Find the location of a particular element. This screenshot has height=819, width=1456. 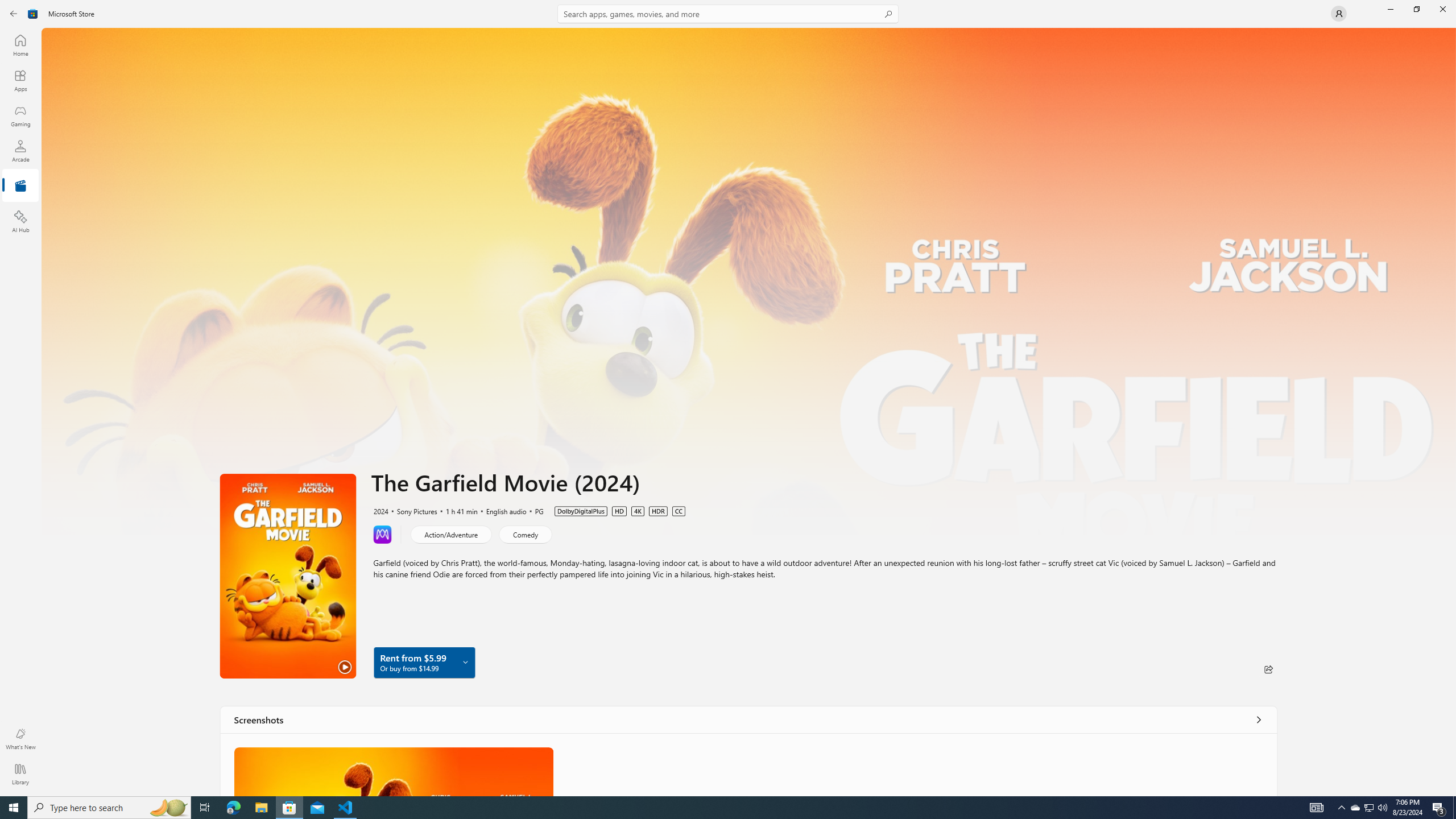

'Share' is located at coordinates (1268, 668).